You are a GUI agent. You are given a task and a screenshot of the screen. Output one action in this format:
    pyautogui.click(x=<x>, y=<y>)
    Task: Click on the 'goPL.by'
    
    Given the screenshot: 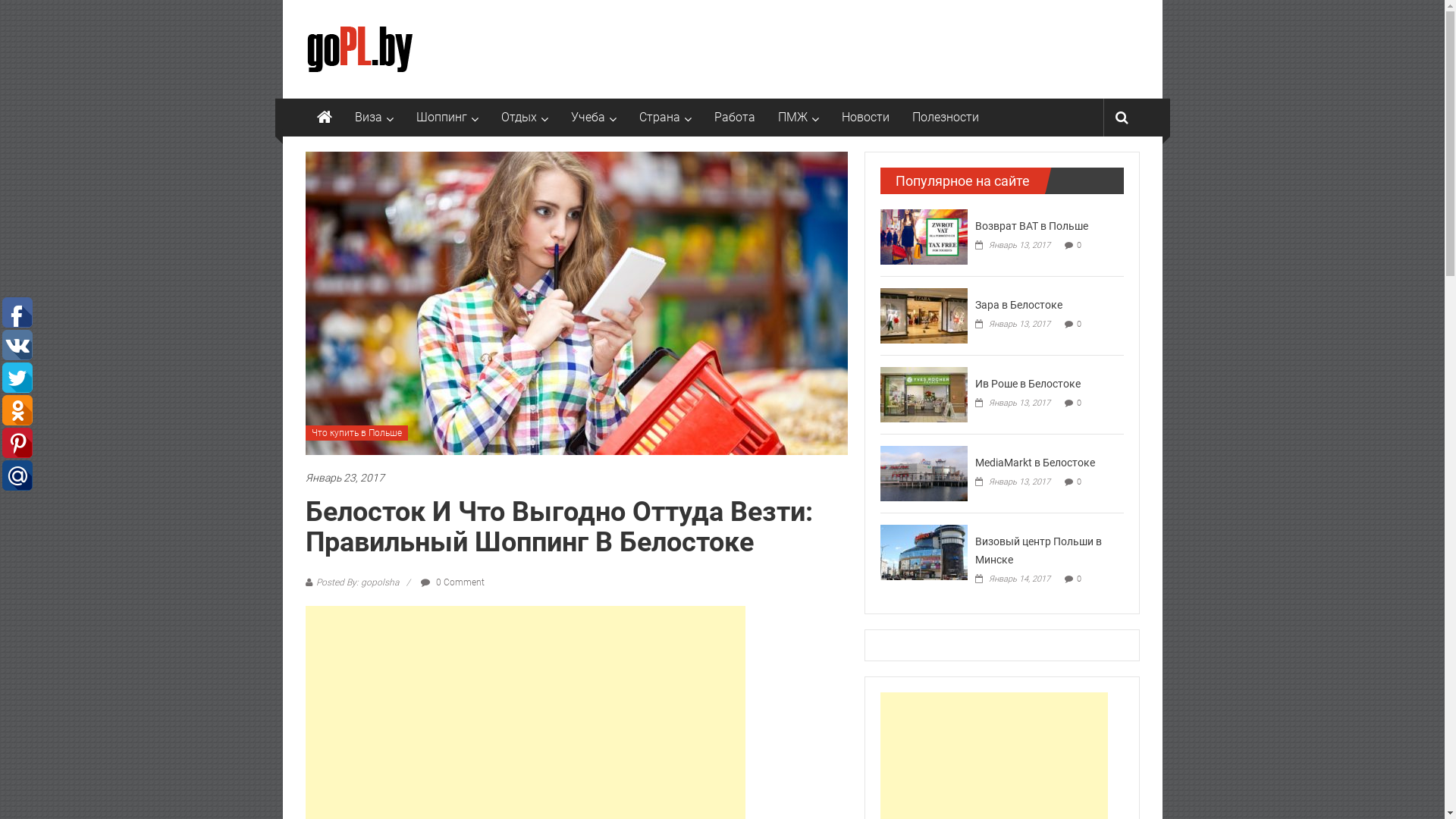 What is the action you would take?
    pyautogui.click(x=323, y=116)
    